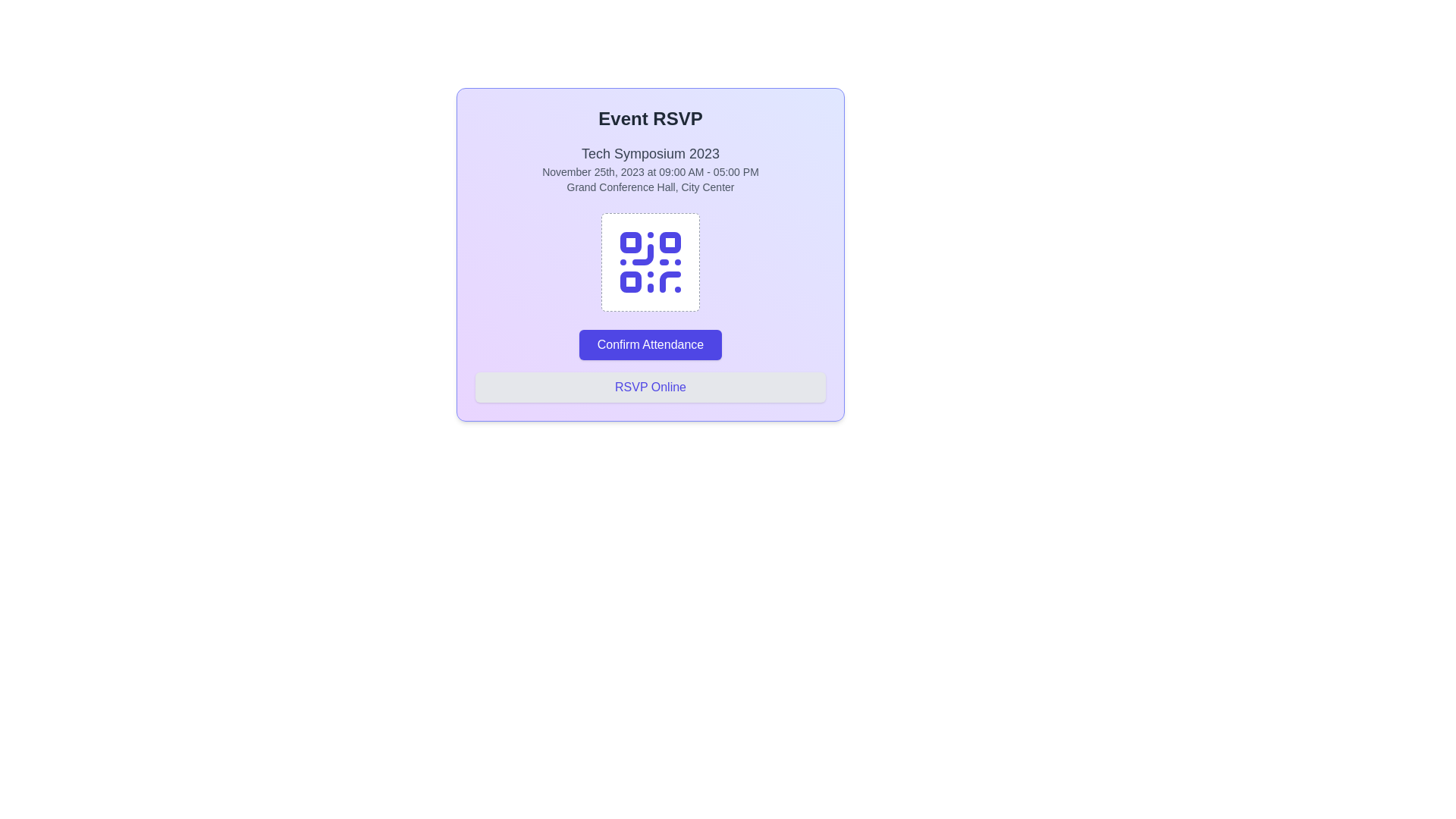 The width and height of the screenshot is (1456, 819). Describe the element at coordinates (651, 118) in the screenshot. I see `the 'Event RSVP' static text header, which is prominently displayed at the top of the card component with a bold font on a light gradient background` at that location.